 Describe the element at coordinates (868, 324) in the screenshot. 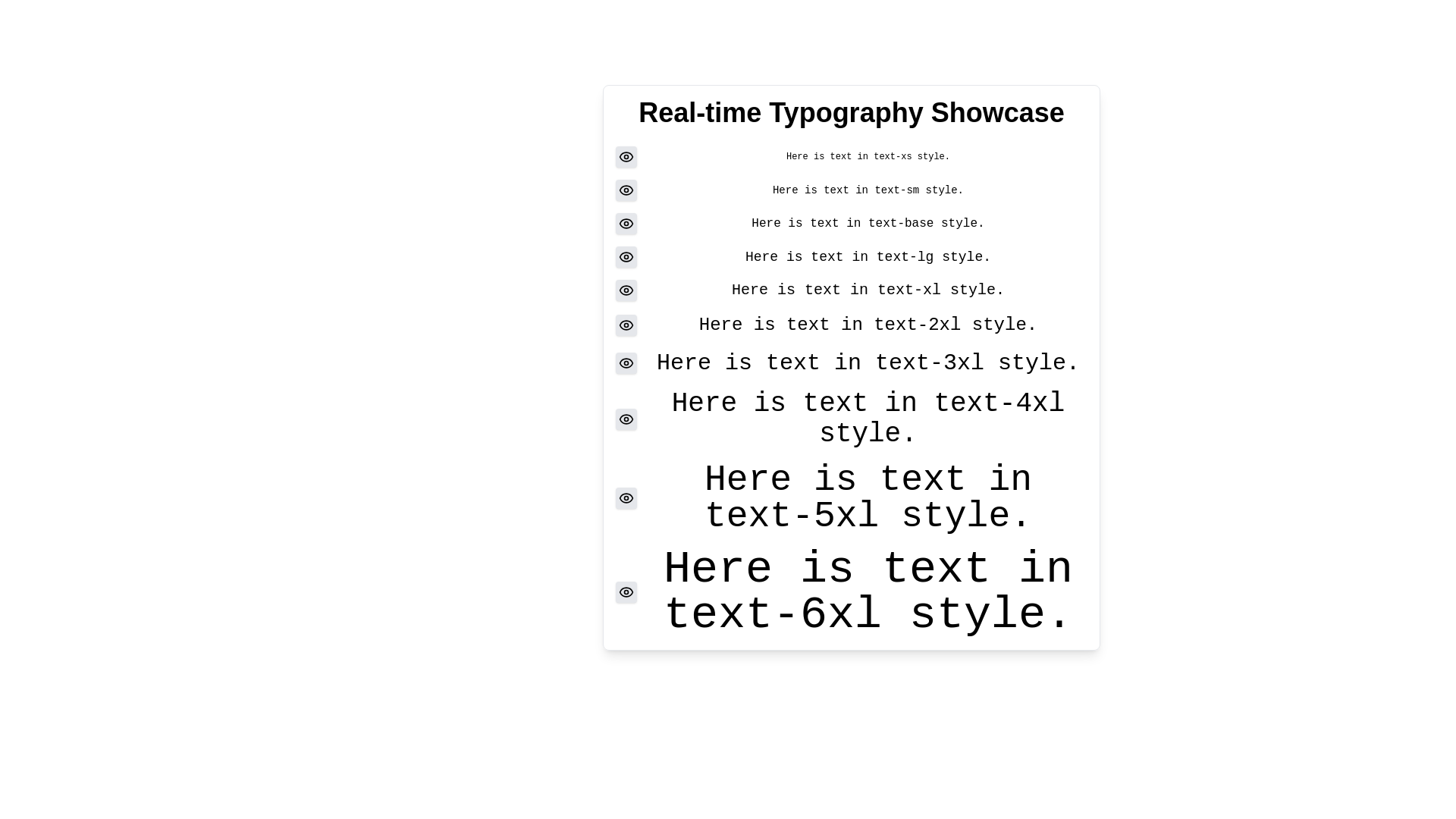

I see `the textual content area displaying 'Here is text in text-2xl style.', which is styled with a monospaced font and is the fifth element among its siblings in a horizontal flexbox layout` at that location.